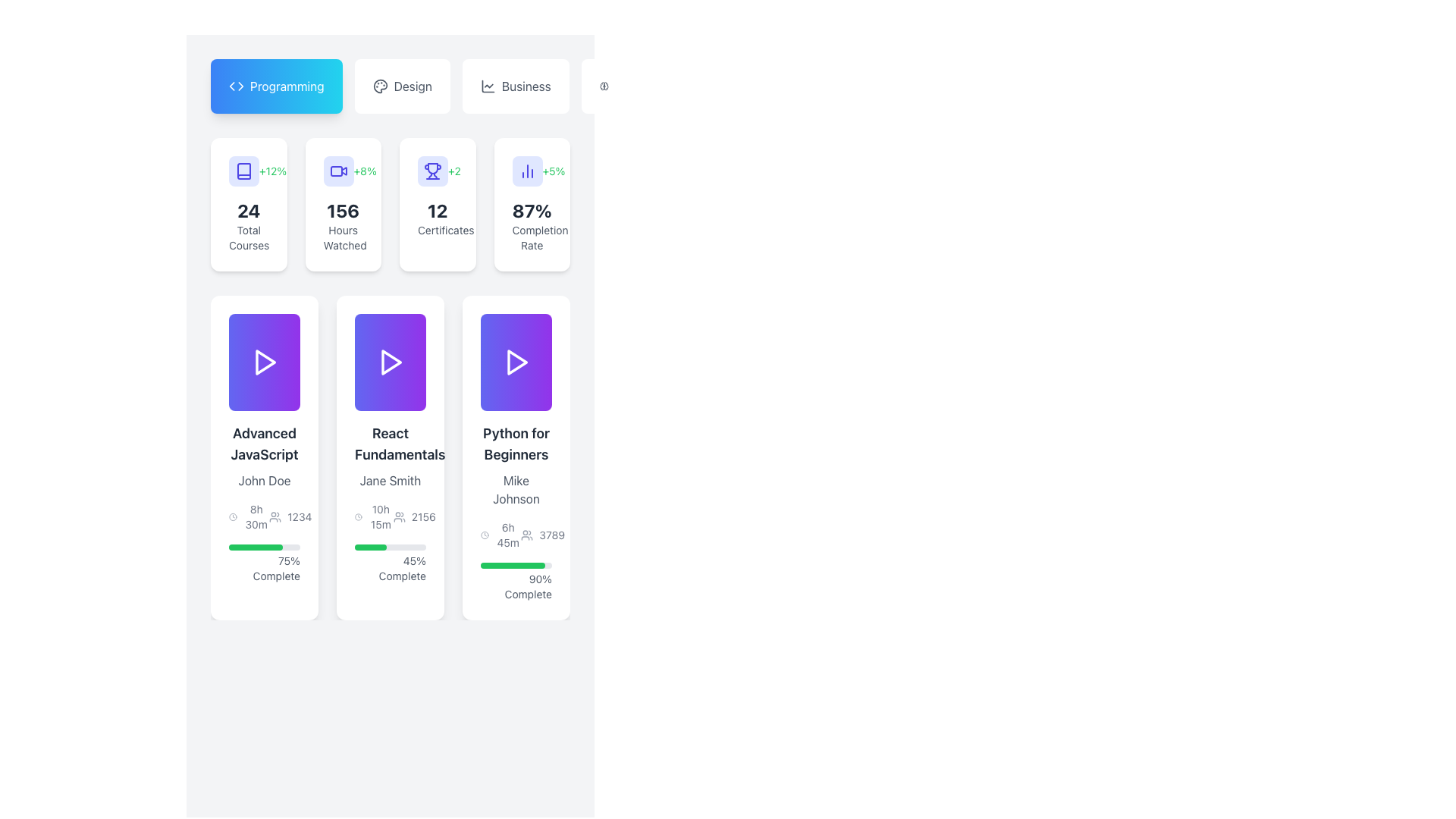  I want to click on the first button labeled for programming, positioned at the top section of the interface, so click(276, 86).